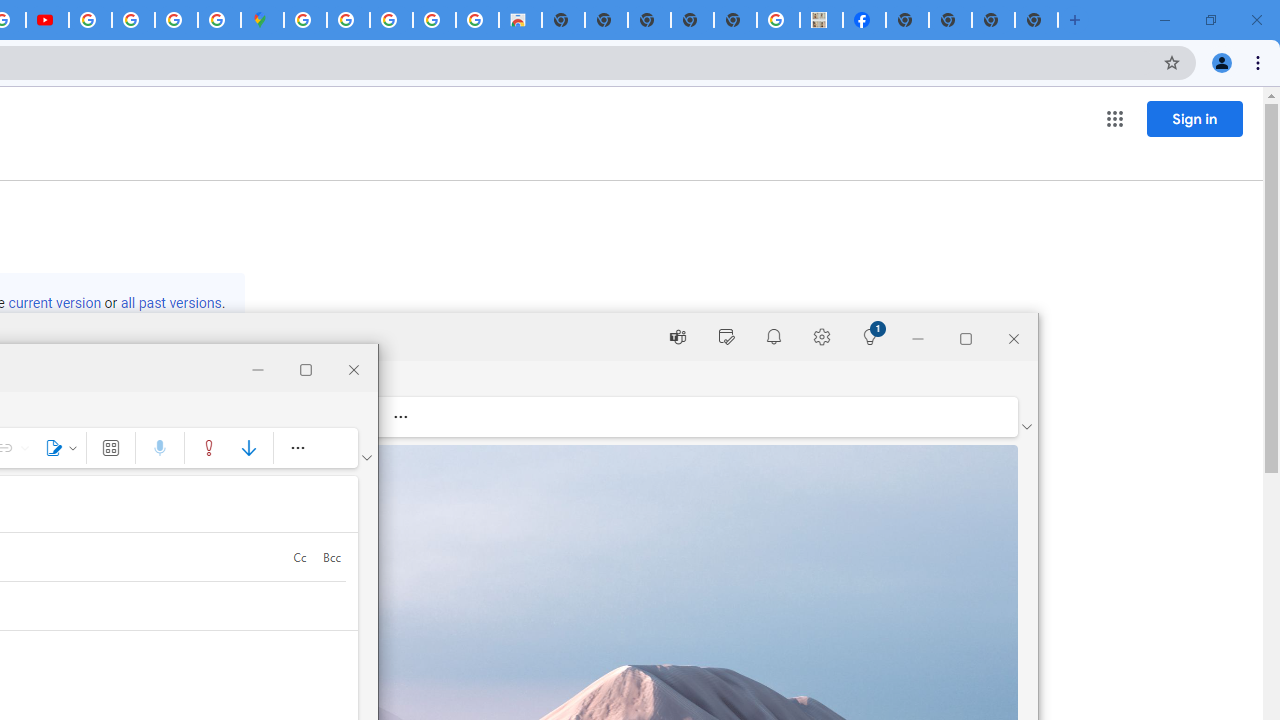 The width and height of the screenshot is (1280, 720). What do you see at coordinates (299, 556) in the screenshot?
I see `'Cc'` at bounding box center [299, 556].